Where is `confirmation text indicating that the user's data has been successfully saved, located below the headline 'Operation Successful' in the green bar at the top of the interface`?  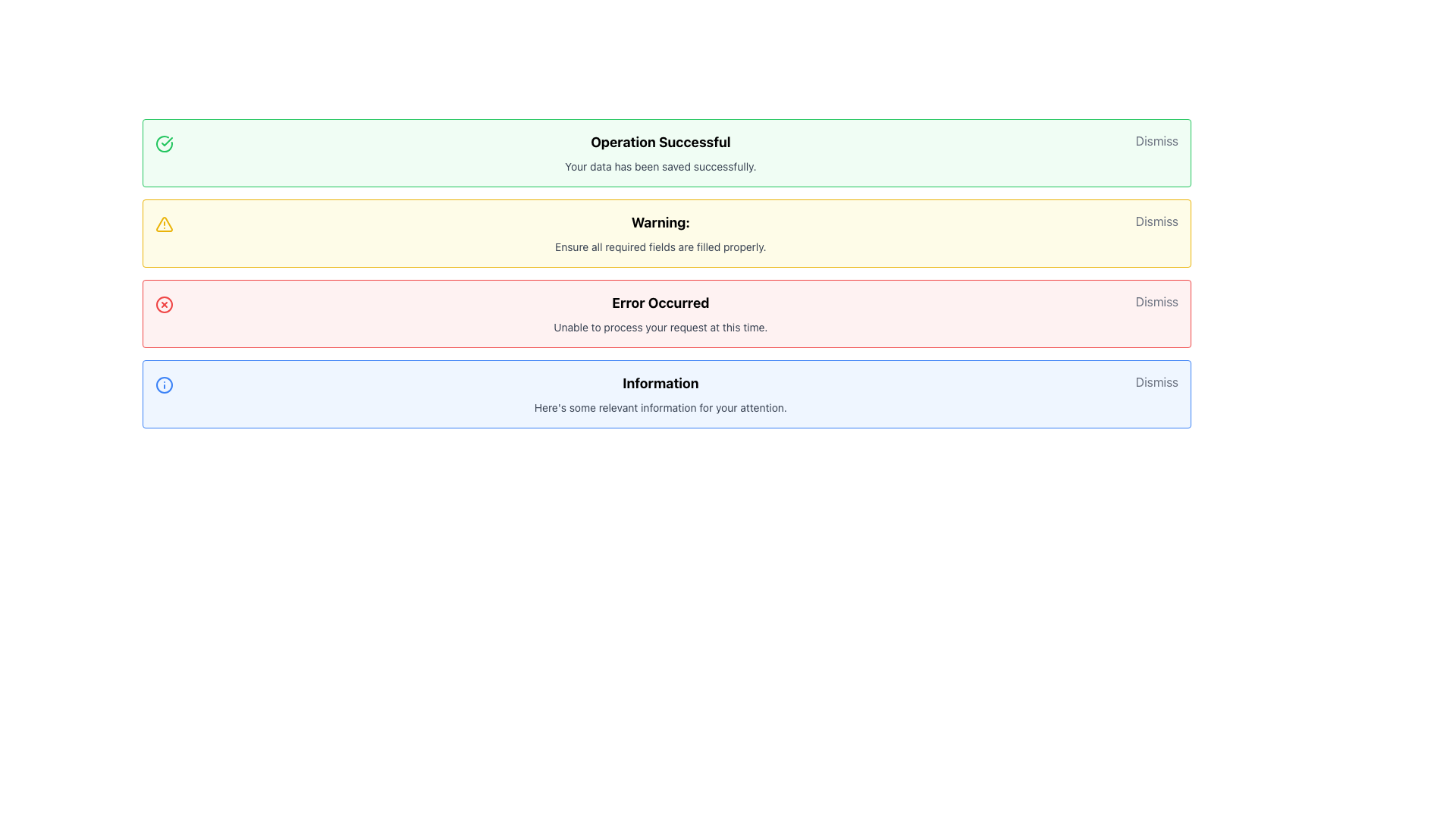
confirmation text indicating that the user's data has been successfully saved, located below the headline 'Operation Successful' in the green bar at the top of the interface is located at coordinates (661, 166).